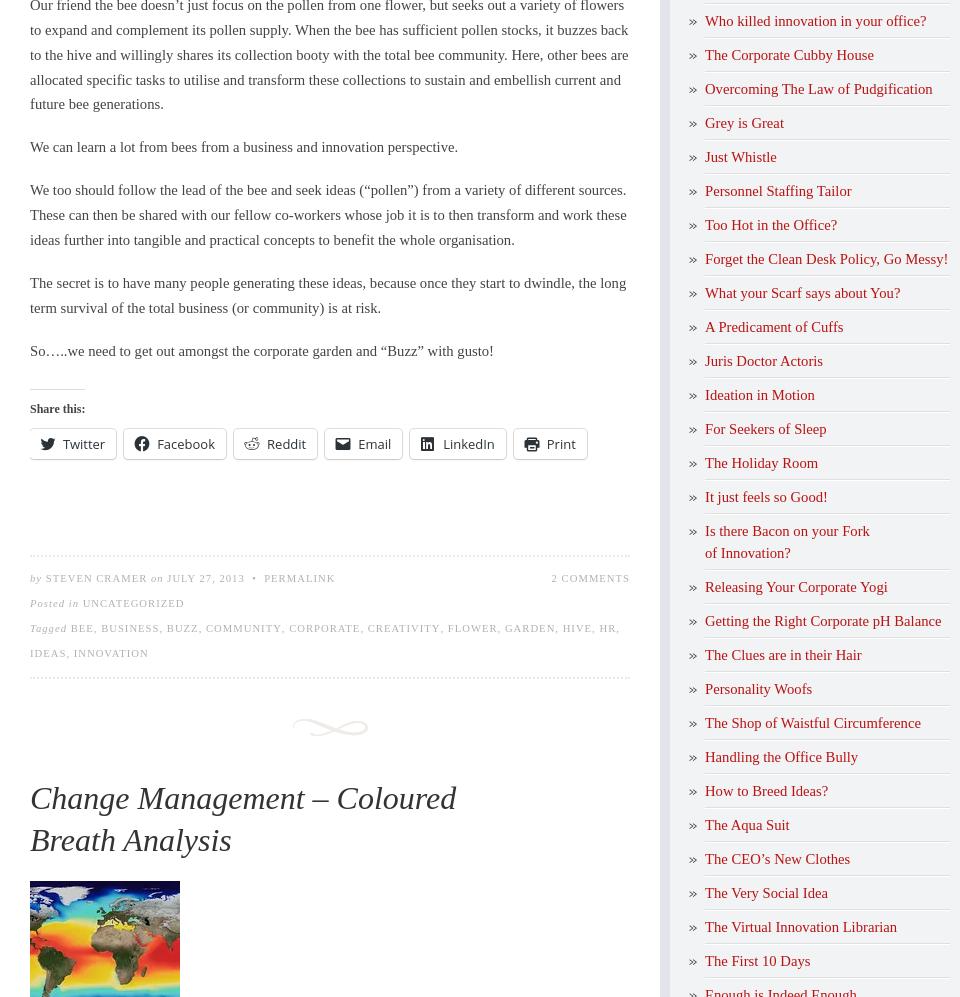  I want to click on 'What your Scarf says about You?', so click(802, 292).